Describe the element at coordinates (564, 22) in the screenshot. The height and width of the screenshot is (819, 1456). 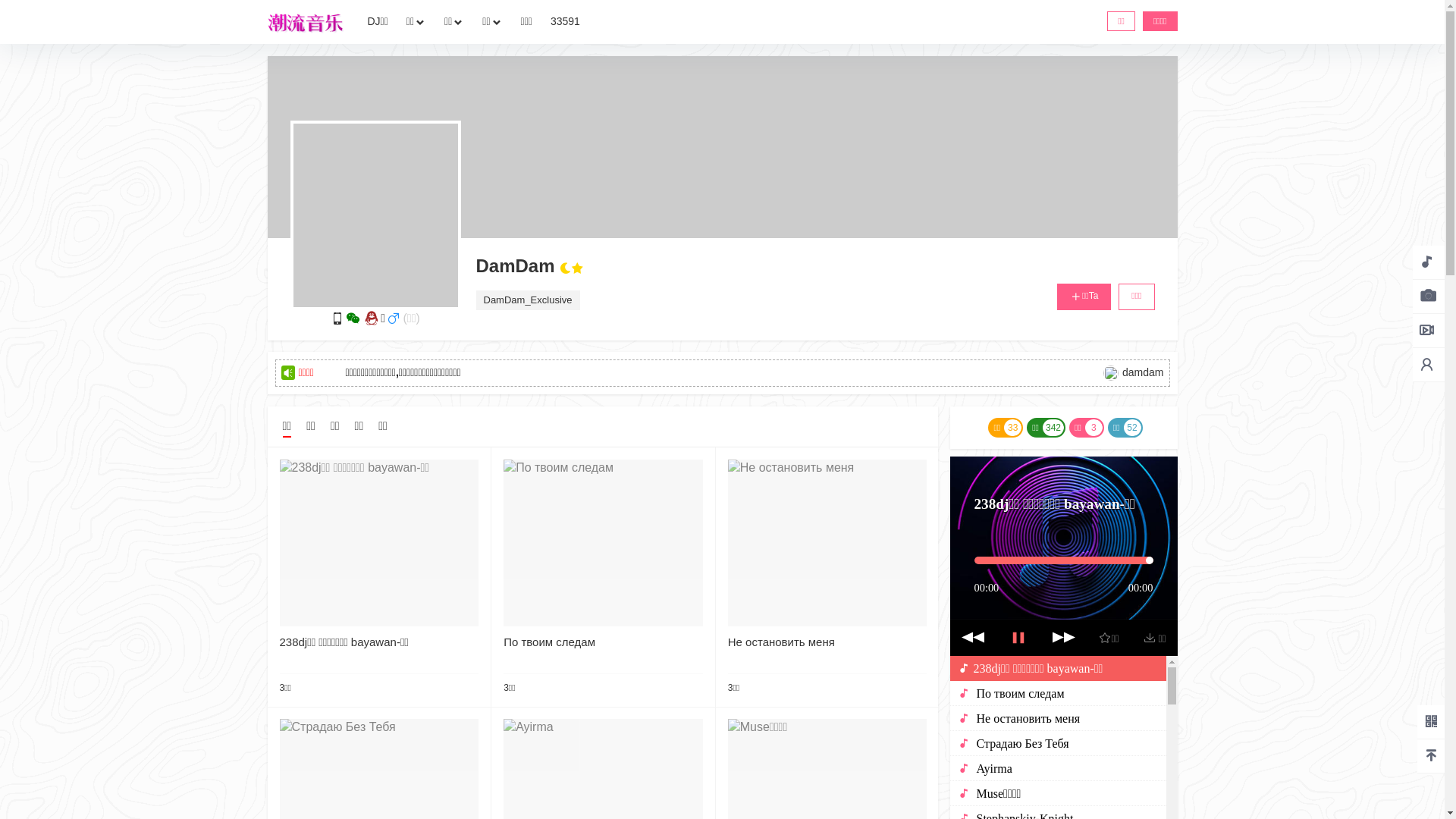
I see `'33591'` at that location.